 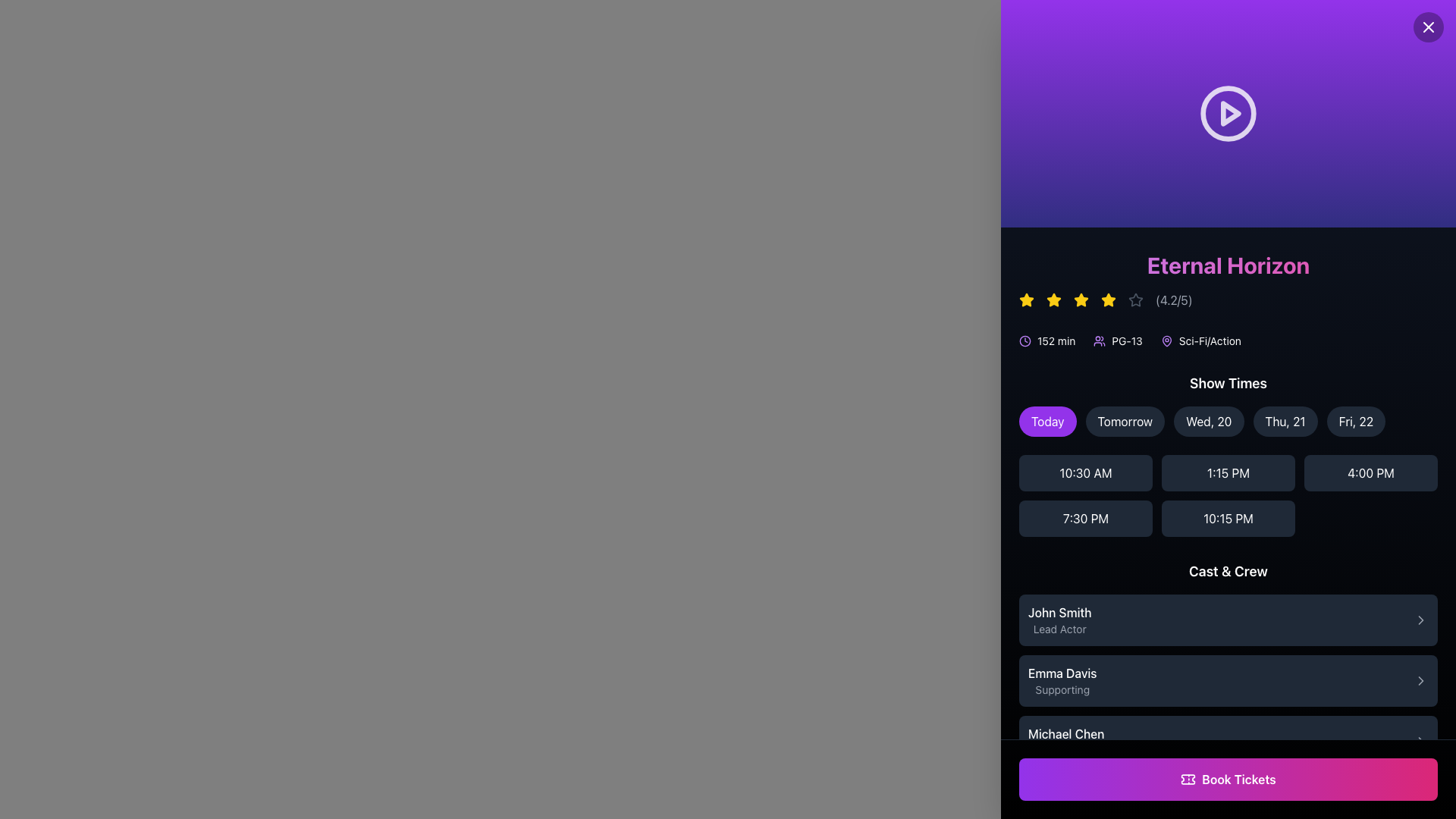 I want to click on the sixth star icon of the rating system for accessibility purposes, so click(x=1135, y=300).